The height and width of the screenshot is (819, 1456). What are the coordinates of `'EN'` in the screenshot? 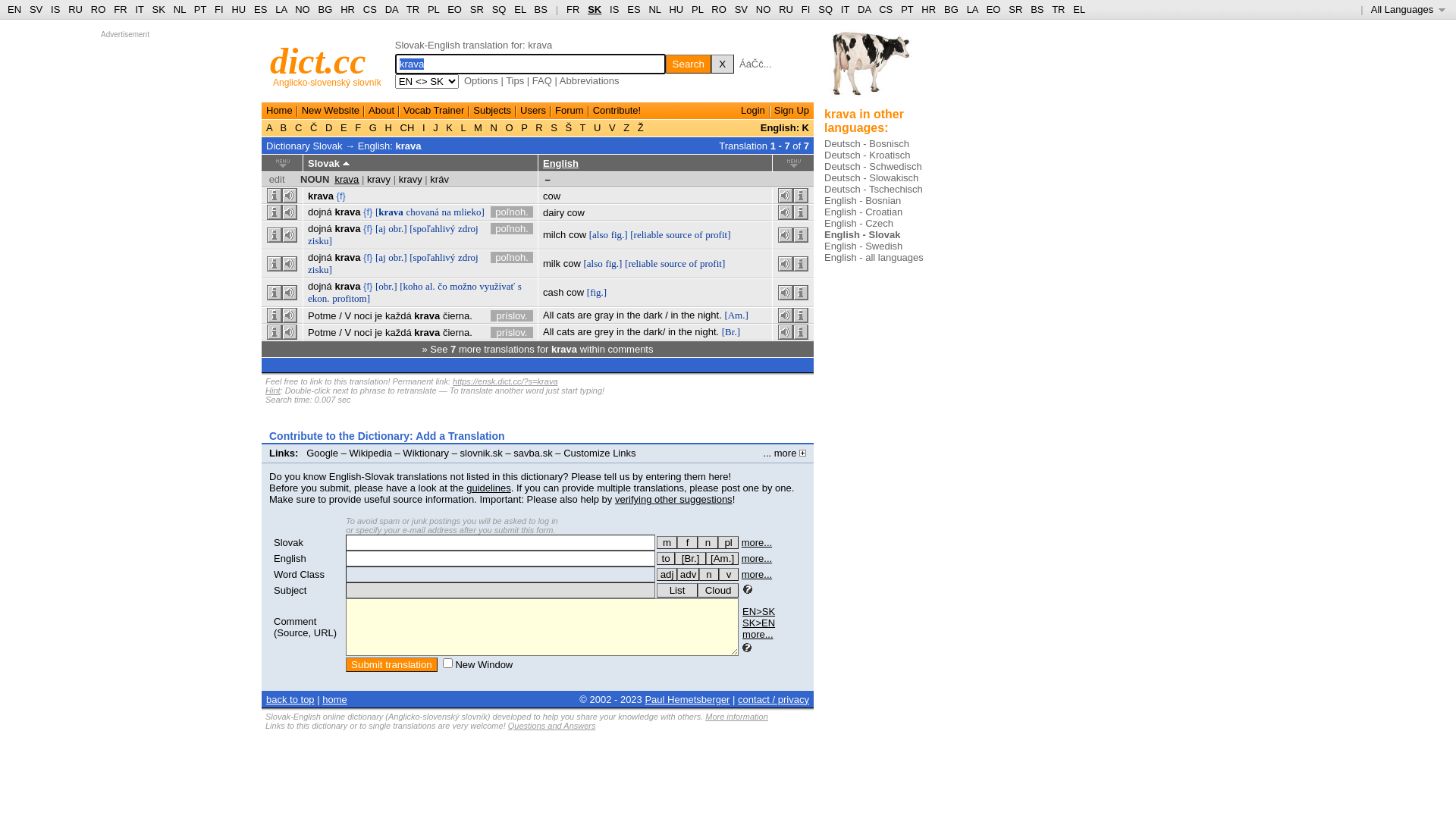 It's located at (14, 9).